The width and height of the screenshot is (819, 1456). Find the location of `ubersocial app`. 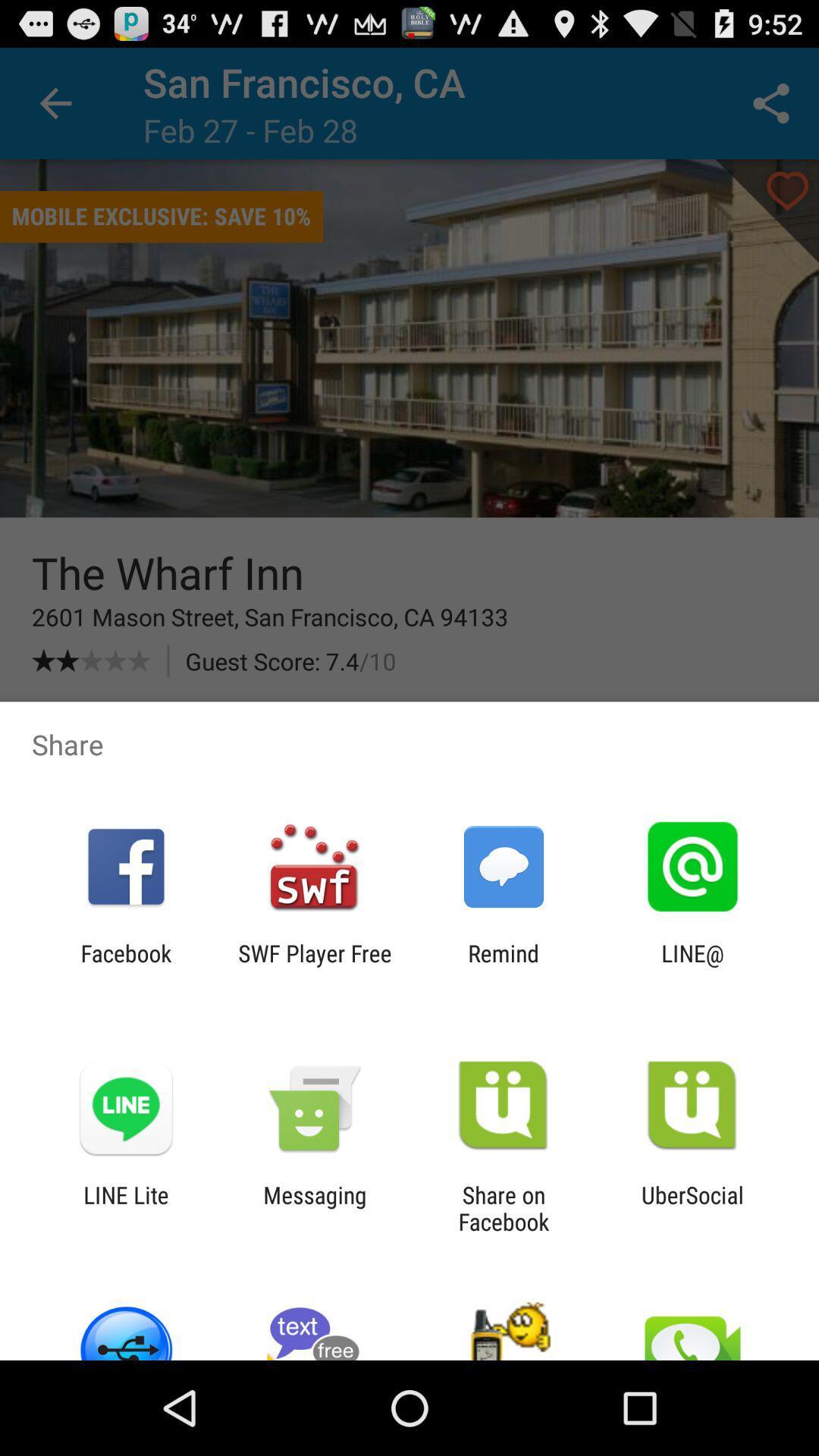

ubersocial app is located at coordinates (692, 1207).